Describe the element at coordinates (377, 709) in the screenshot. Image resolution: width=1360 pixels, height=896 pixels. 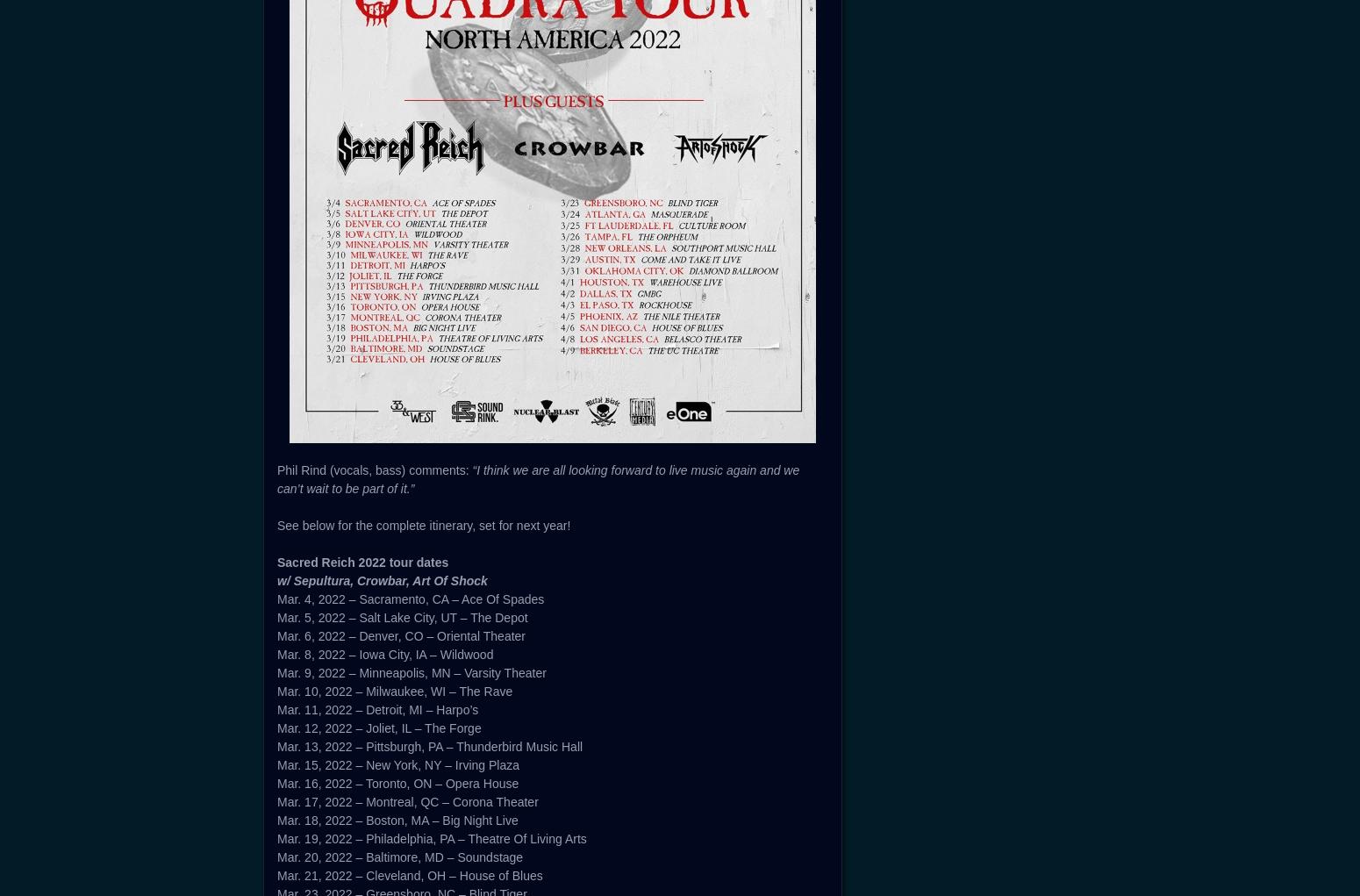
I see `'Mar. 11, 2022 – Detroit, MI – Harpo’s'` at that location.